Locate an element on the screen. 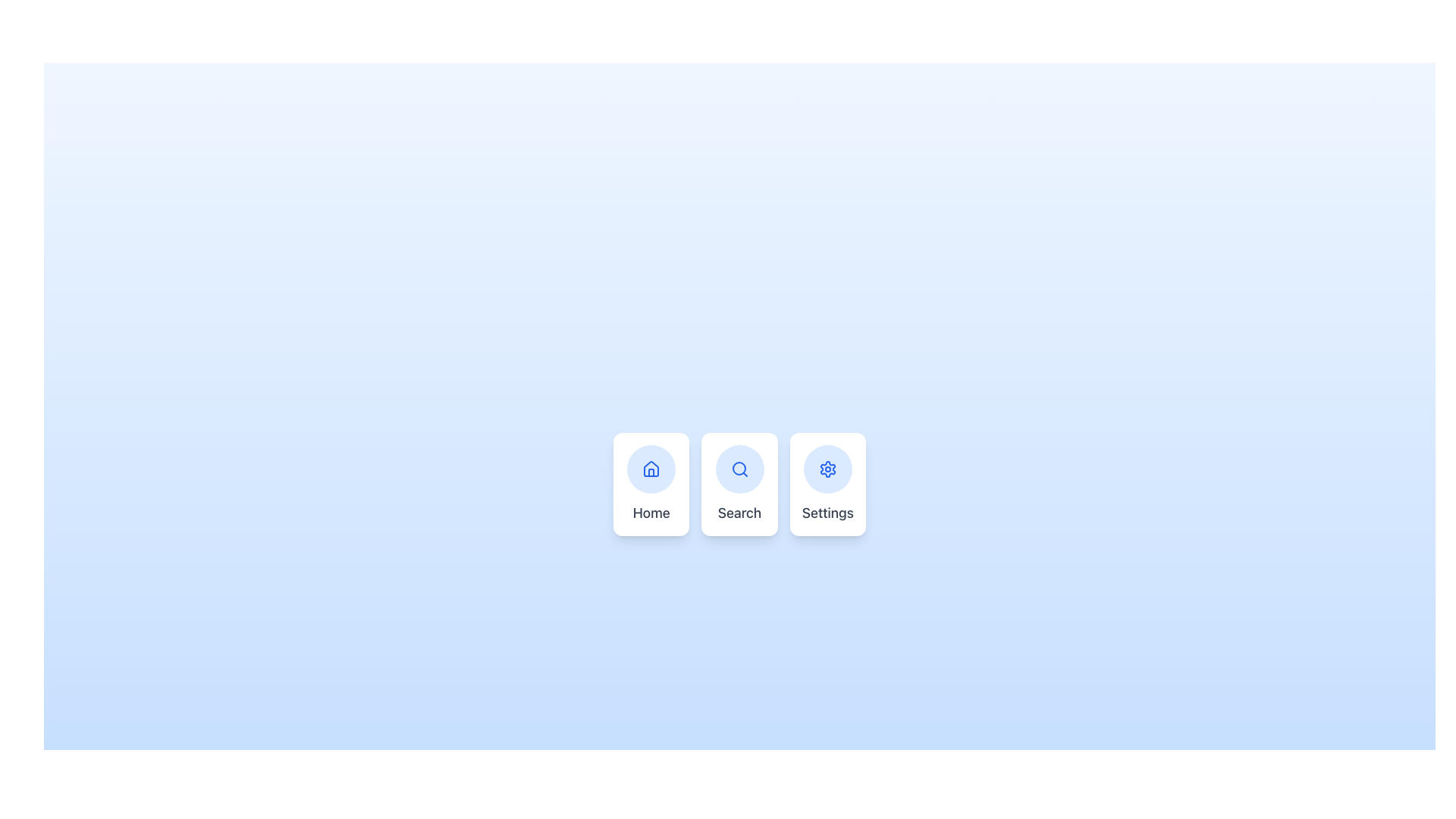  text from the 'Home' section label located at the bottom of the card, which serves as a navigation option is located at coordinates (651, 513).